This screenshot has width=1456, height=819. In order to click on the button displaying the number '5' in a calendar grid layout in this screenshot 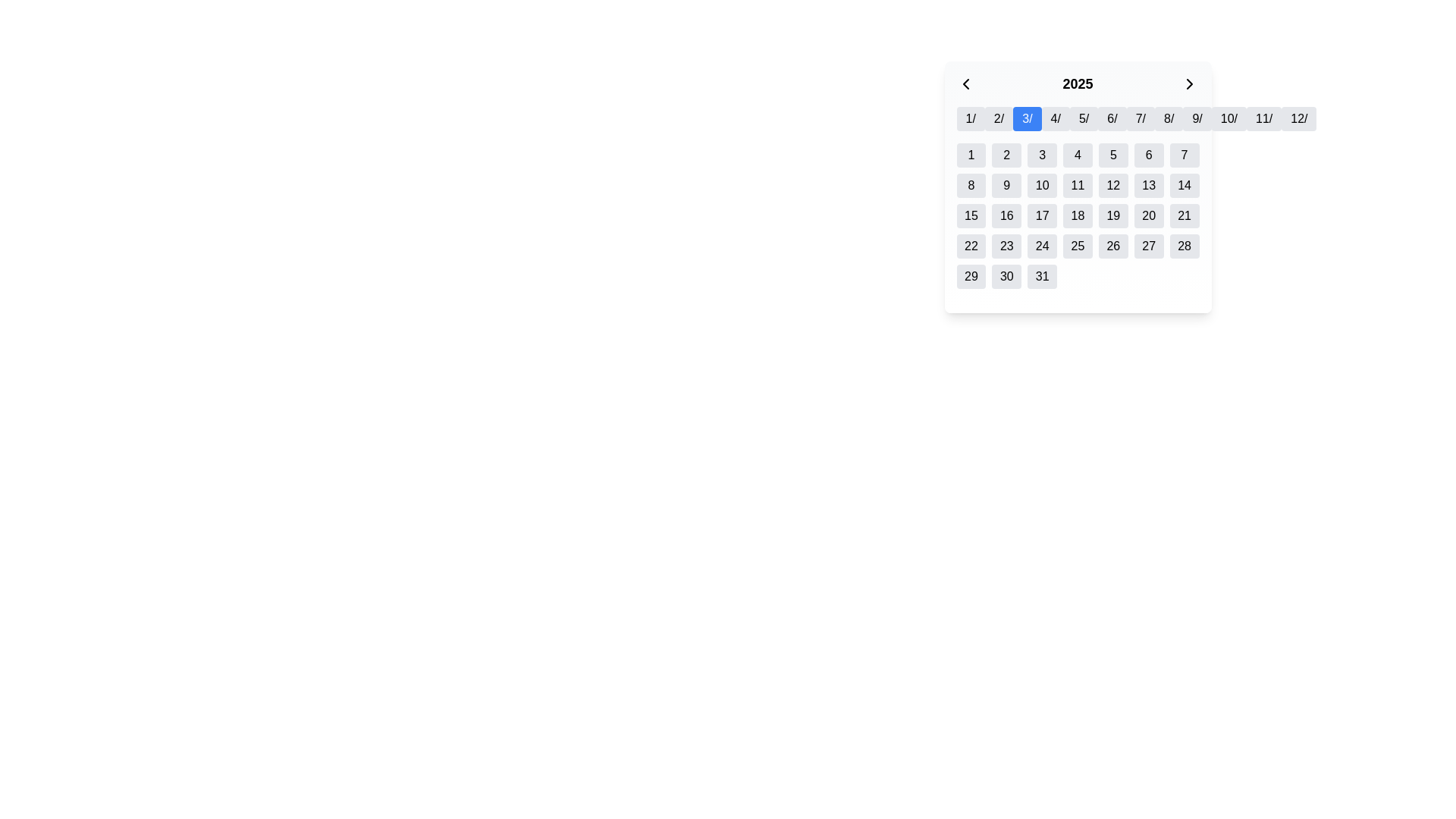, I will do `click(1113, 155)`.